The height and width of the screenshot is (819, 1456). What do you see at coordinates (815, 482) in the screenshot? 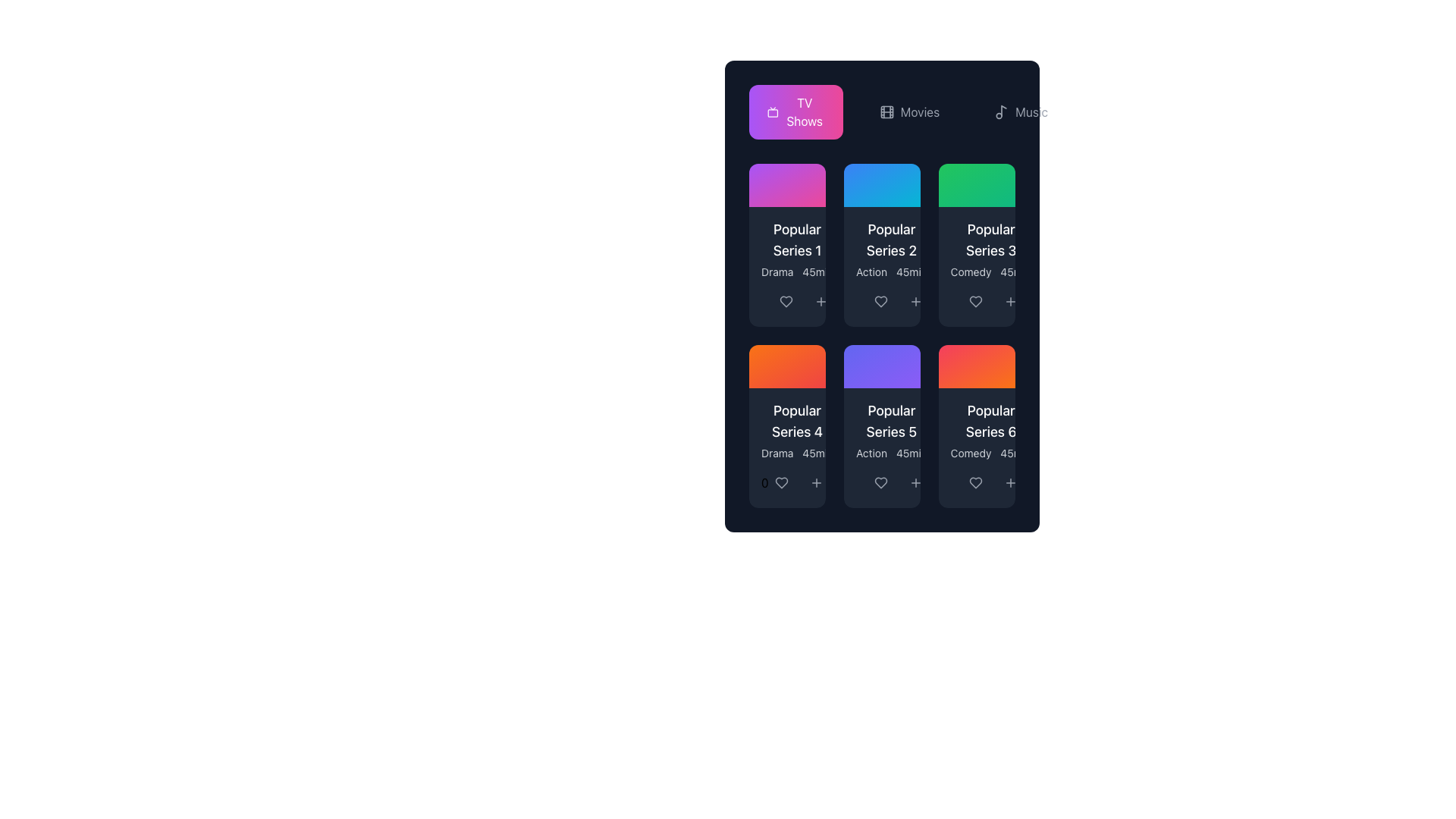
I see `the plus sign SVG icon located at the bottom-left of the last card in the grid layout` at bounding box center [815, 482].